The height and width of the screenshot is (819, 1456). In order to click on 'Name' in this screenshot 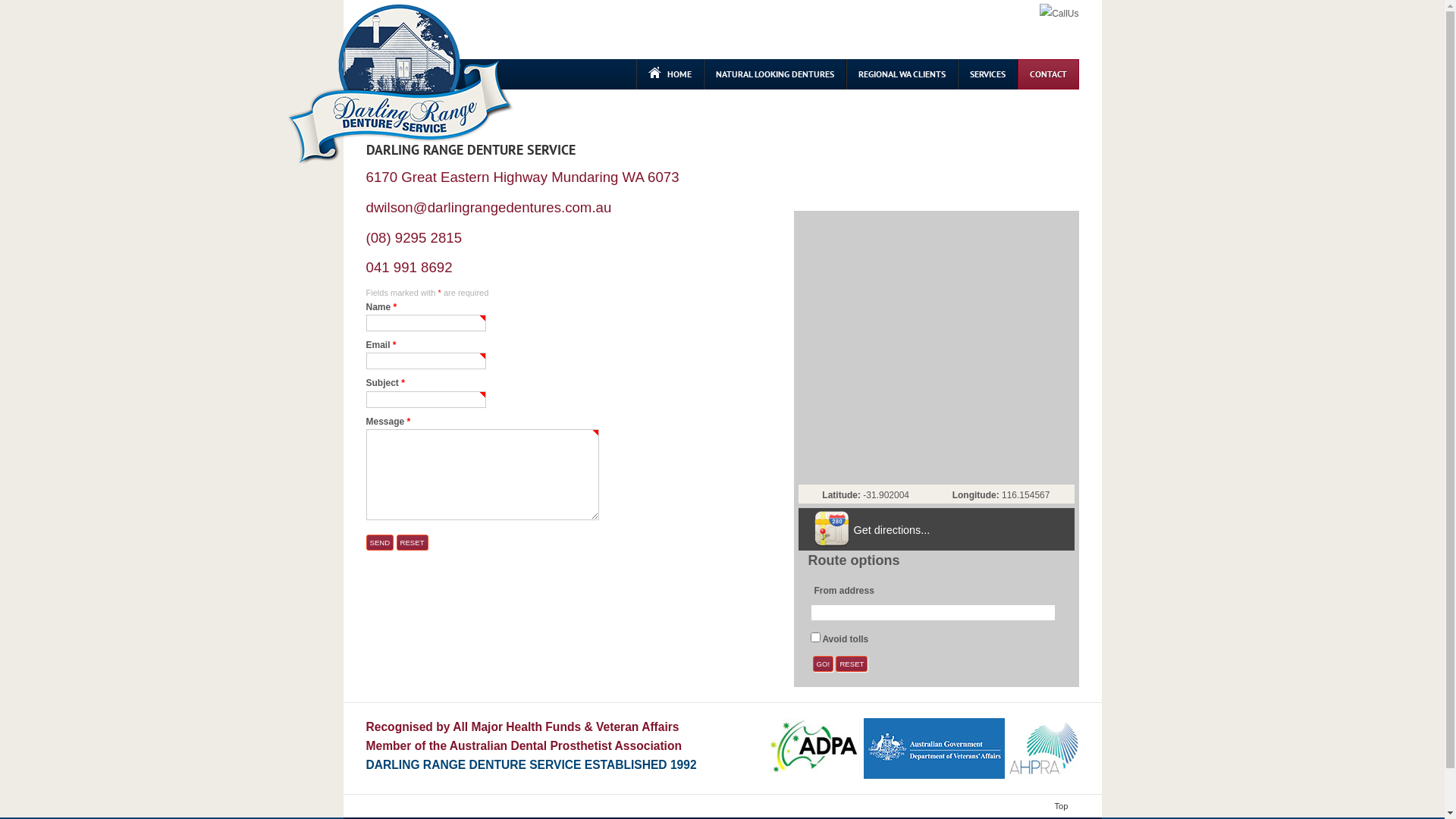, I will do `click(365, 322)`.